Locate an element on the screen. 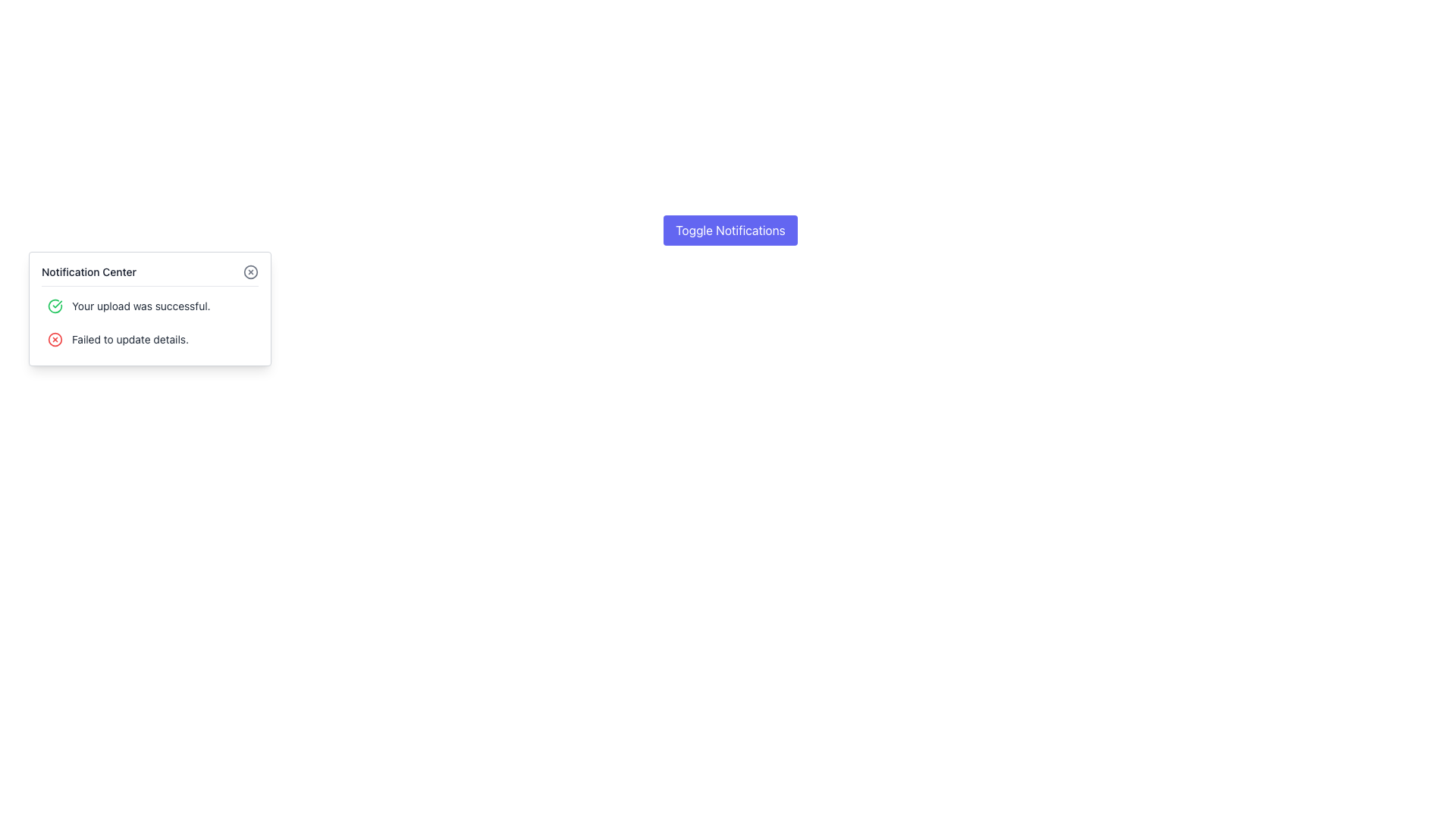 This screenshot has height=819, width=1456. the text label displaying 'Your upload was successful.' which is styled in a small gray font and positioned to the right of a green checkmark icon within a notification card is located at coordinates (141, 306).